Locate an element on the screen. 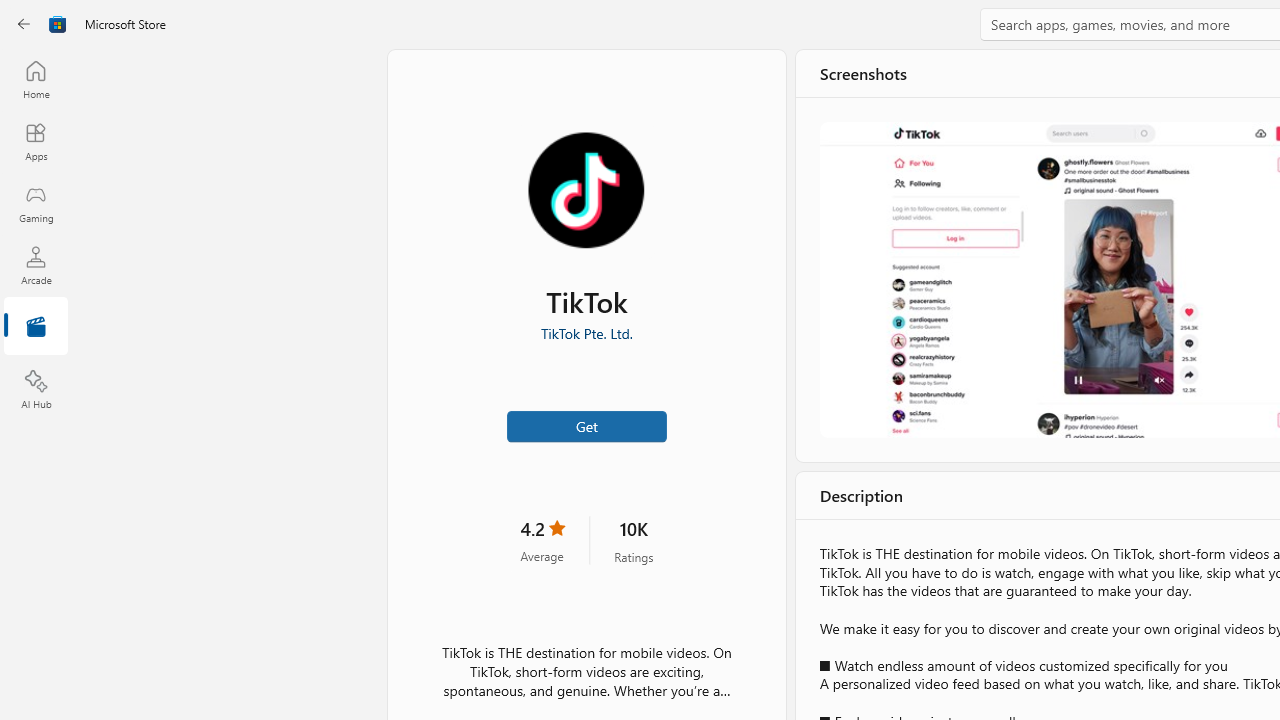 Image resolution: width=1280 pixels, height=720 pixels. 'Gaming' is located at coordinates (35, 203).